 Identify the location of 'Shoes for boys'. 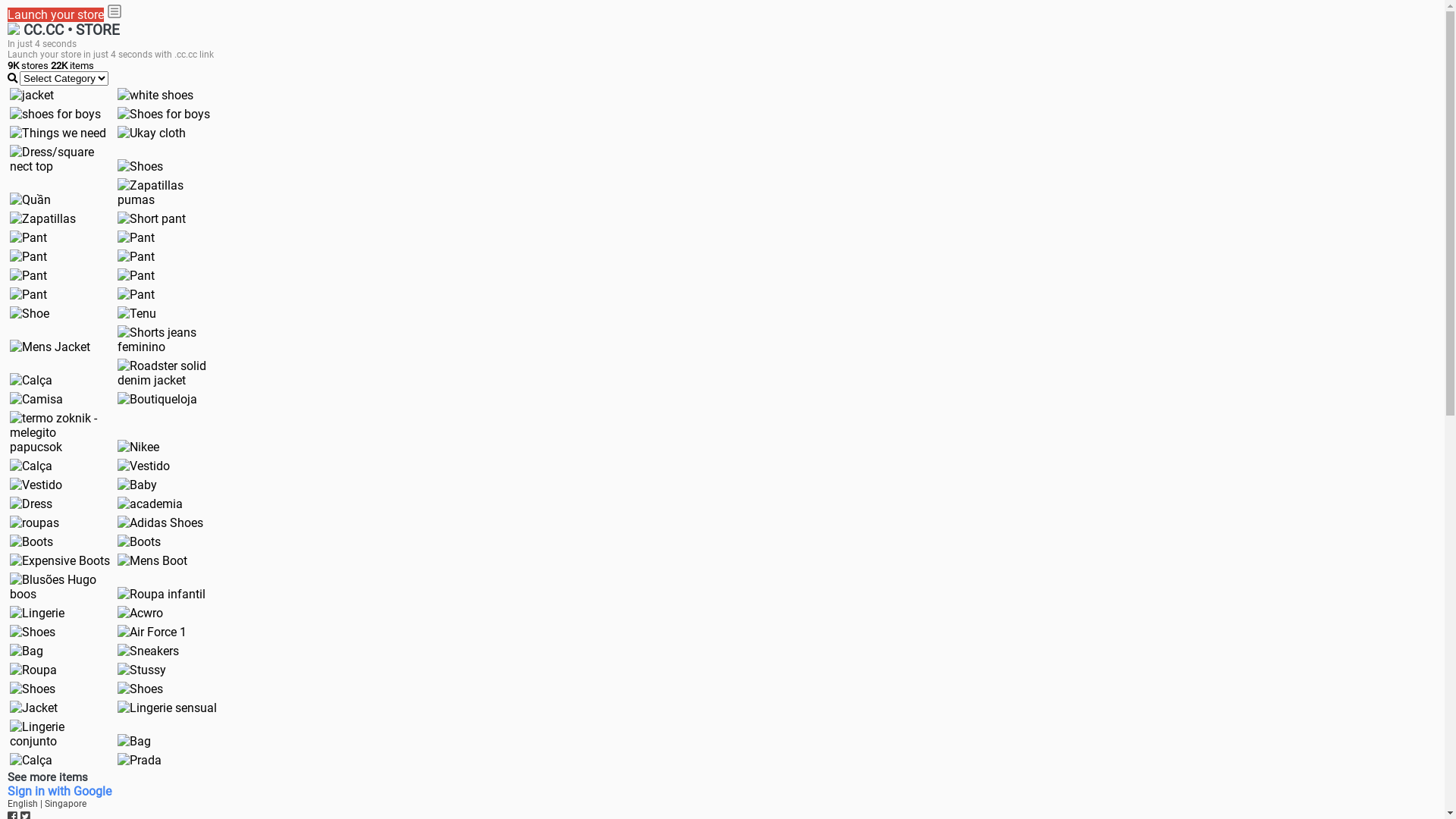
(164, 113).